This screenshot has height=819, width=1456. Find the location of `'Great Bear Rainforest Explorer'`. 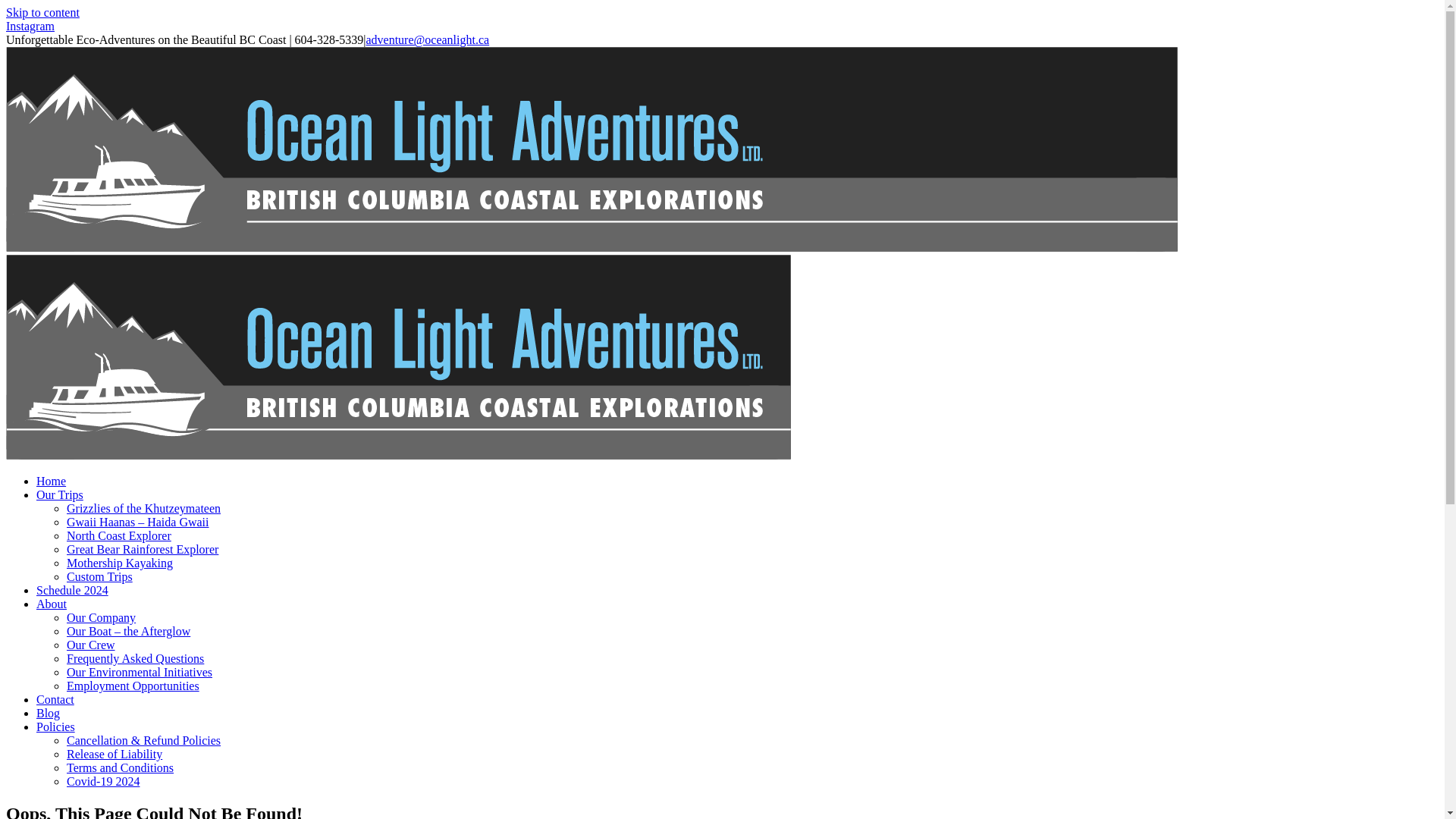

'Great Bear Rainforest Explorer' is located at coordinates (142, 549).